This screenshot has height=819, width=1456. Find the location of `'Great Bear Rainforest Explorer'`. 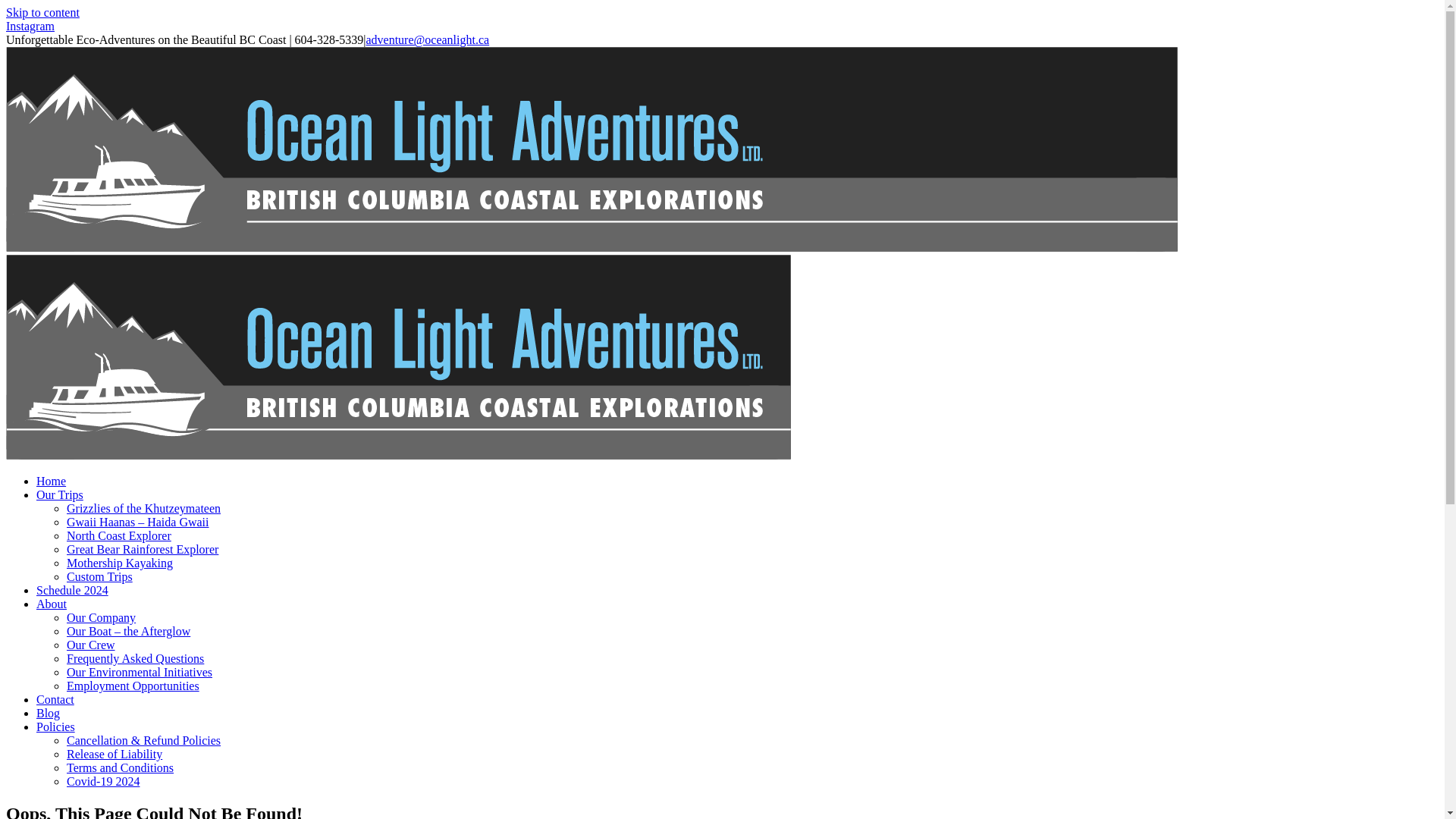

'Great Bear Rainforest Explorer' is located at coordinates (142, 549).